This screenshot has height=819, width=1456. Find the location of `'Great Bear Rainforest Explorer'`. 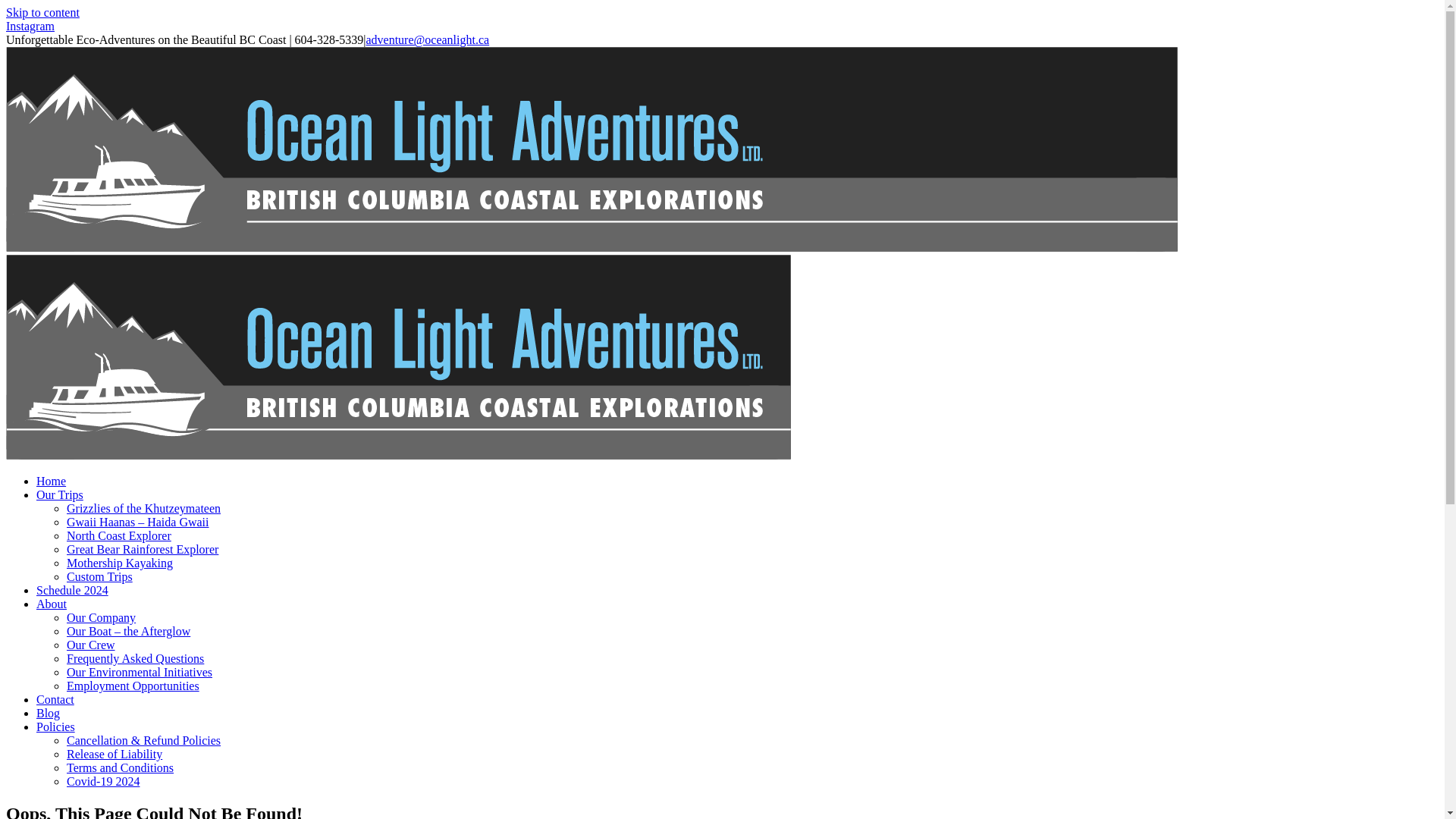

'Great Bear Rainforest Explorer' is located at coordinates (142, 549).